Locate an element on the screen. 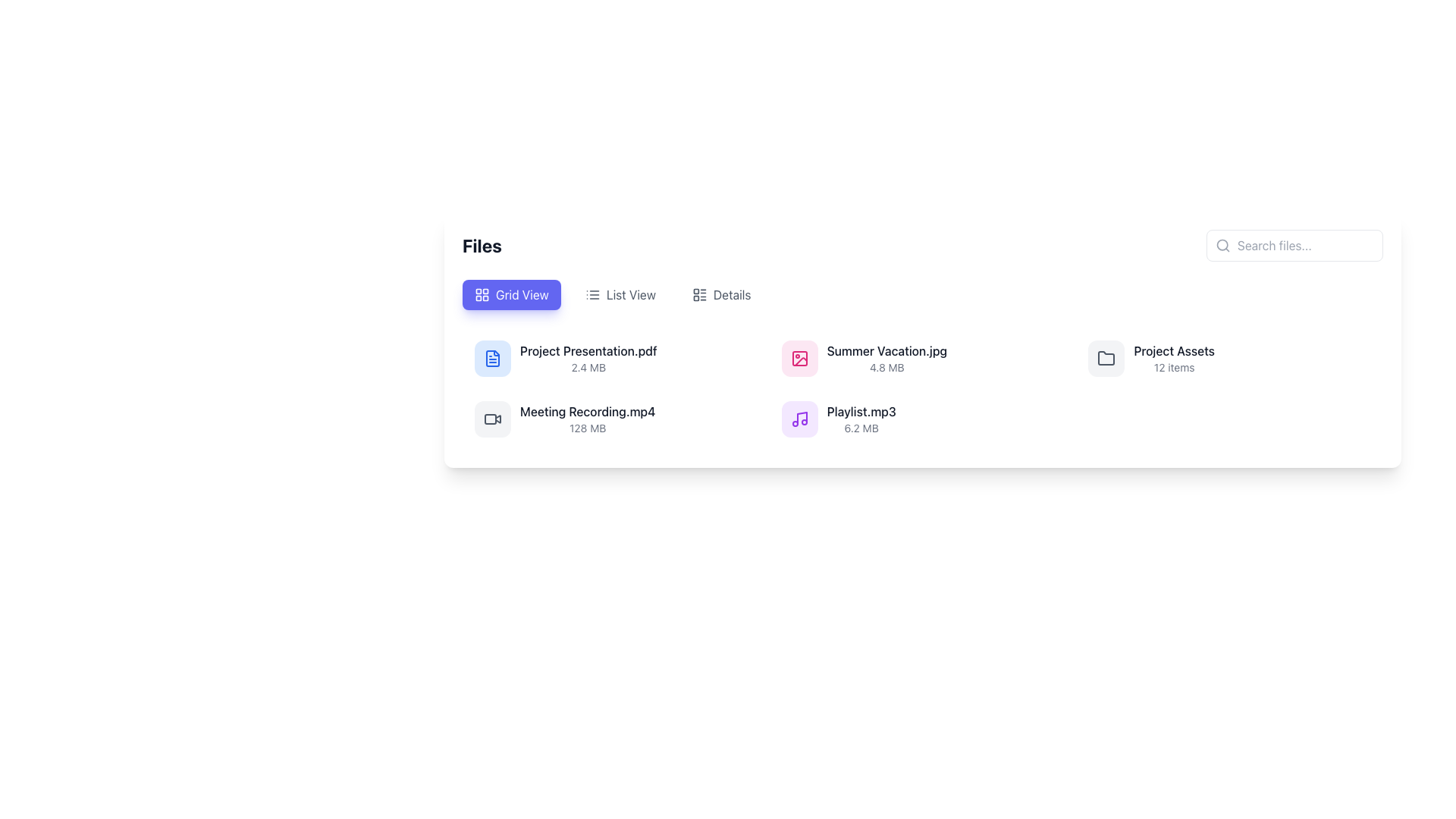  the active 'Grid View' label located in the button group at the top-left section of the file browsing panel is located at coordinates (522, 295).